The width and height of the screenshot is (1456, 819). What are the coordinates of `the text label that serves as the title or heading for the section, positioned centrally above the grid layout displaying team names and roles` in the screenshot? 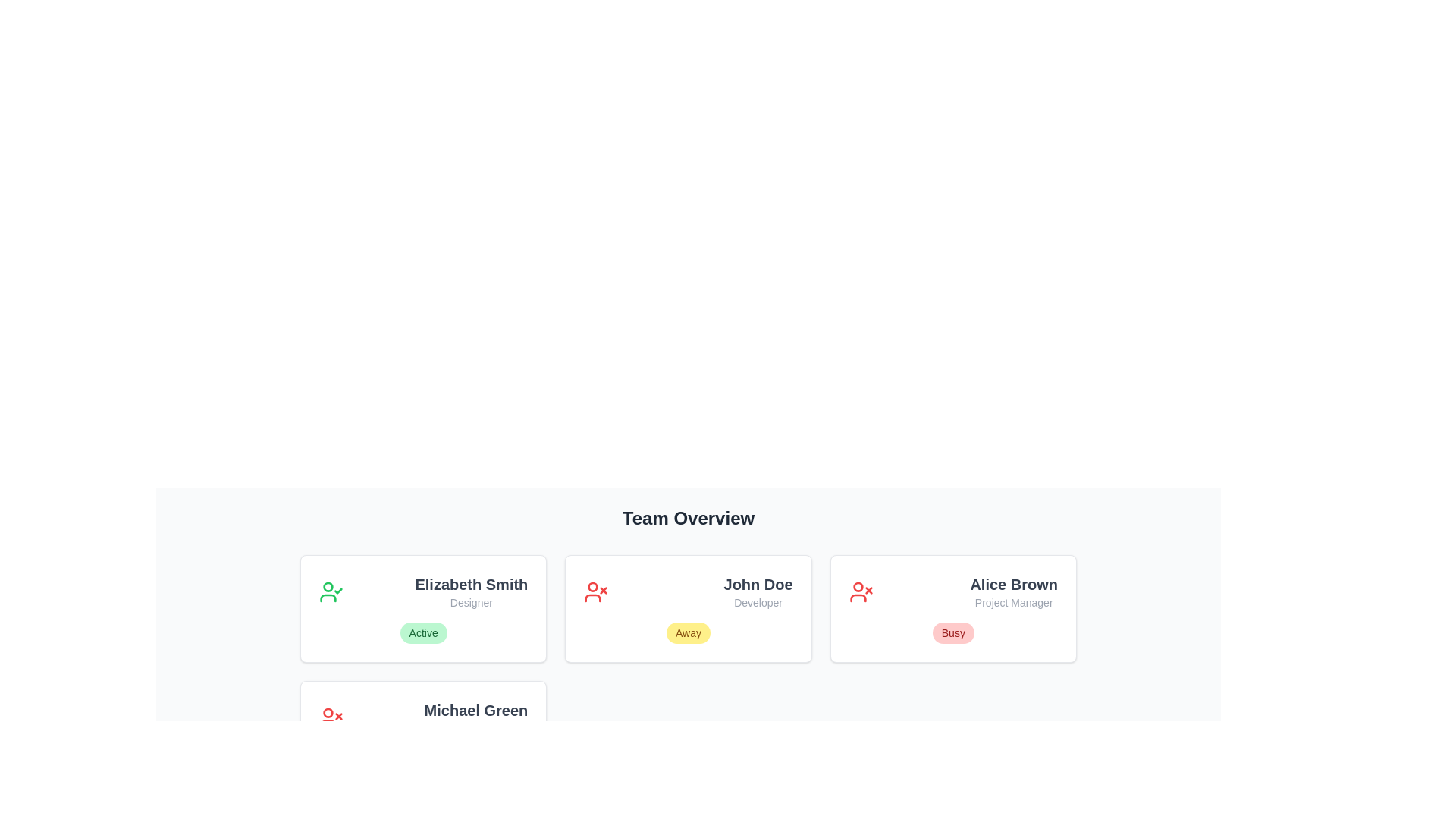 It's located at (687, 517).